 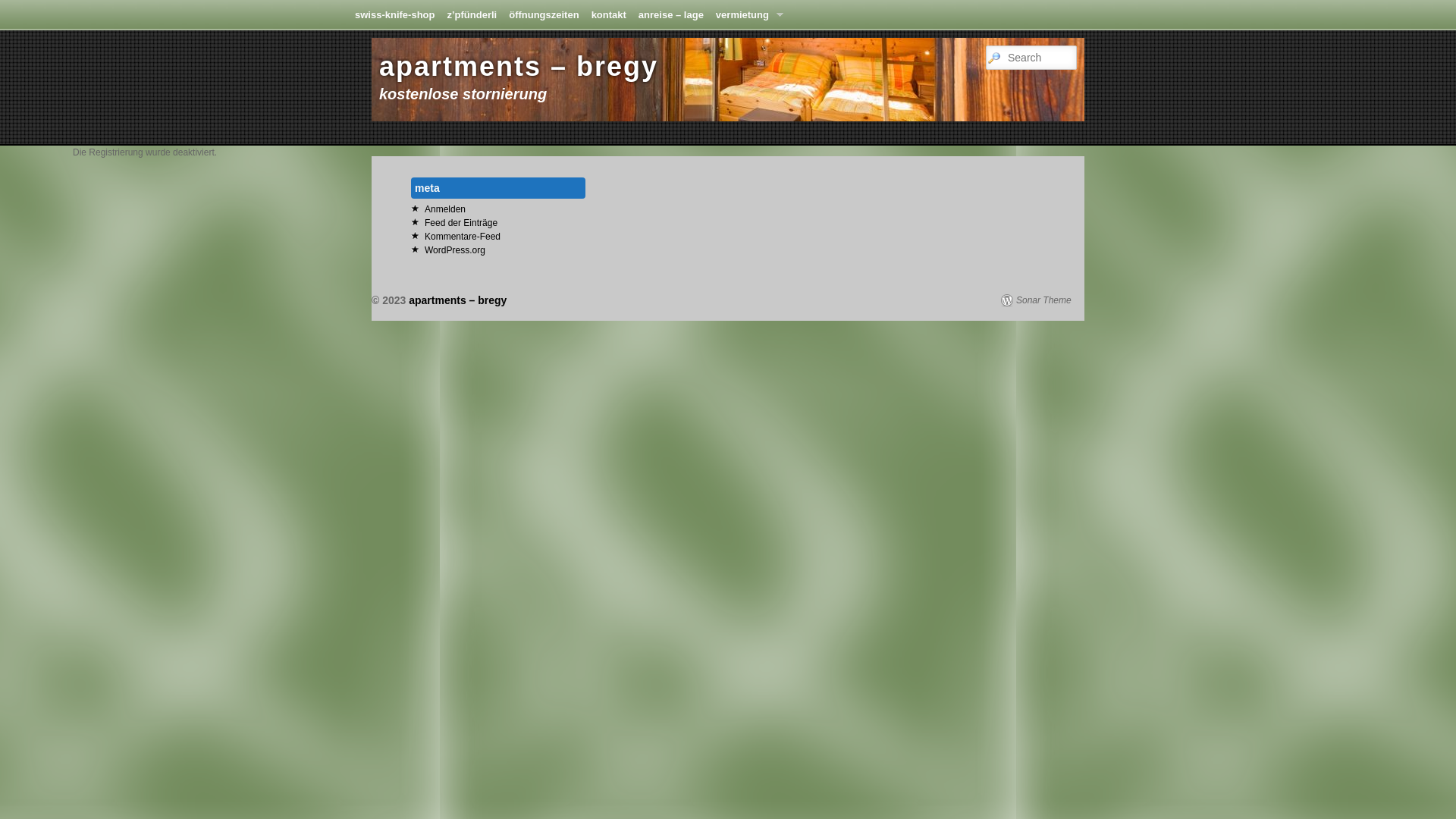 I want to click on 'swiss-knife-shop', so click(x=348, y=14).